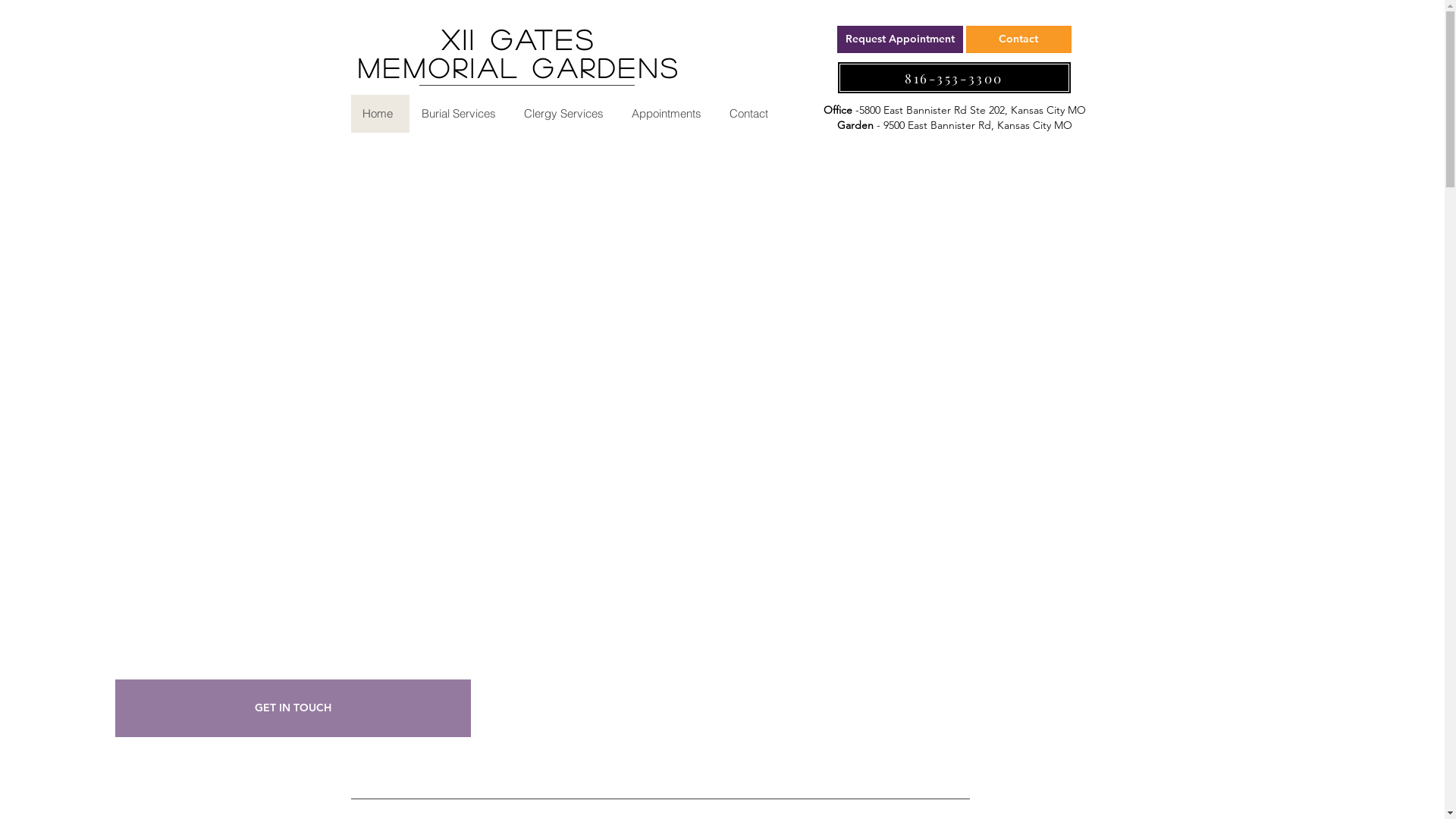  I want to click on 'Home', so click(379, 113).